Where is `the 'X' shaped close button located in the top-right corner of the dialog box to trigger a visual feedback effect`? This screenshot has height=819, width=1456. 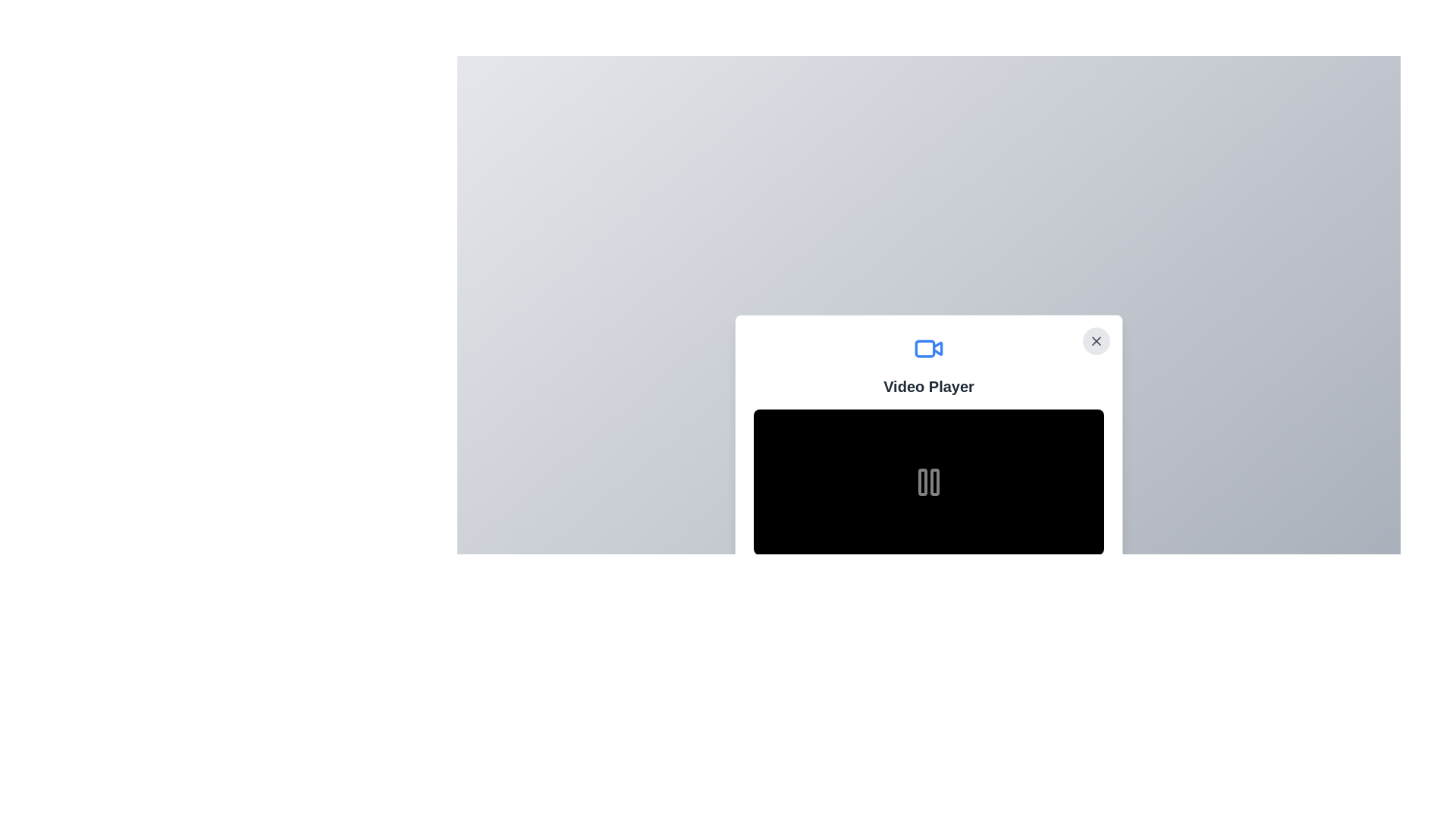 the 'X' shaped close button located in the top-right corner of the dialog box to trigger a visual feedback effect is located at coordinates (1096, 341).